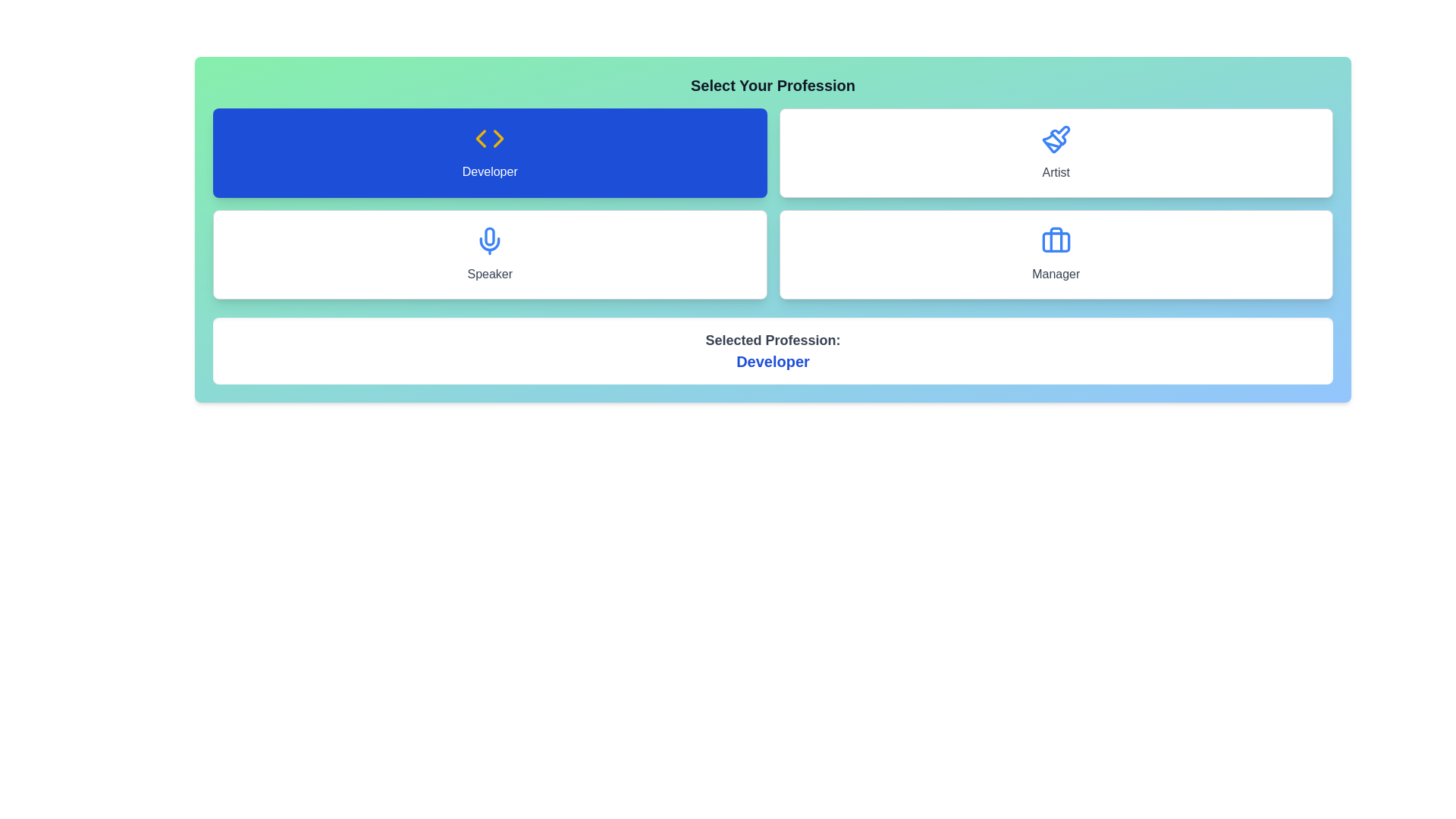 This screenshot has height=819, width=1456. What do you see at coordinates (1055, 152) in the screenshot?
I see `the profession Artist by clicking its corresponding button` at bounding box center [1055, 152].